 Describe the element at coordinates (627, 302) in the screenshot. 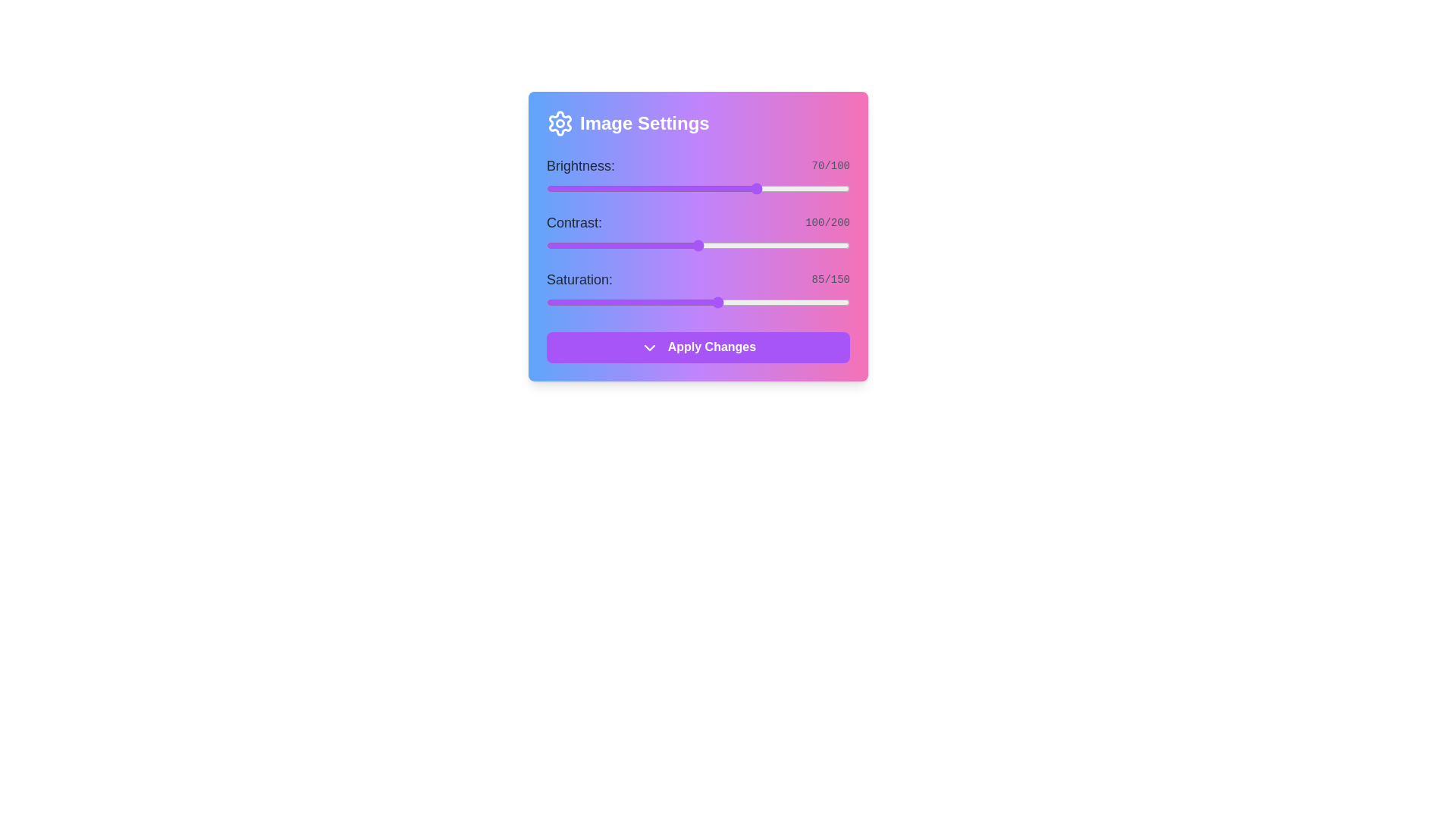

I see `the saturation slider to 40 level` at that location.